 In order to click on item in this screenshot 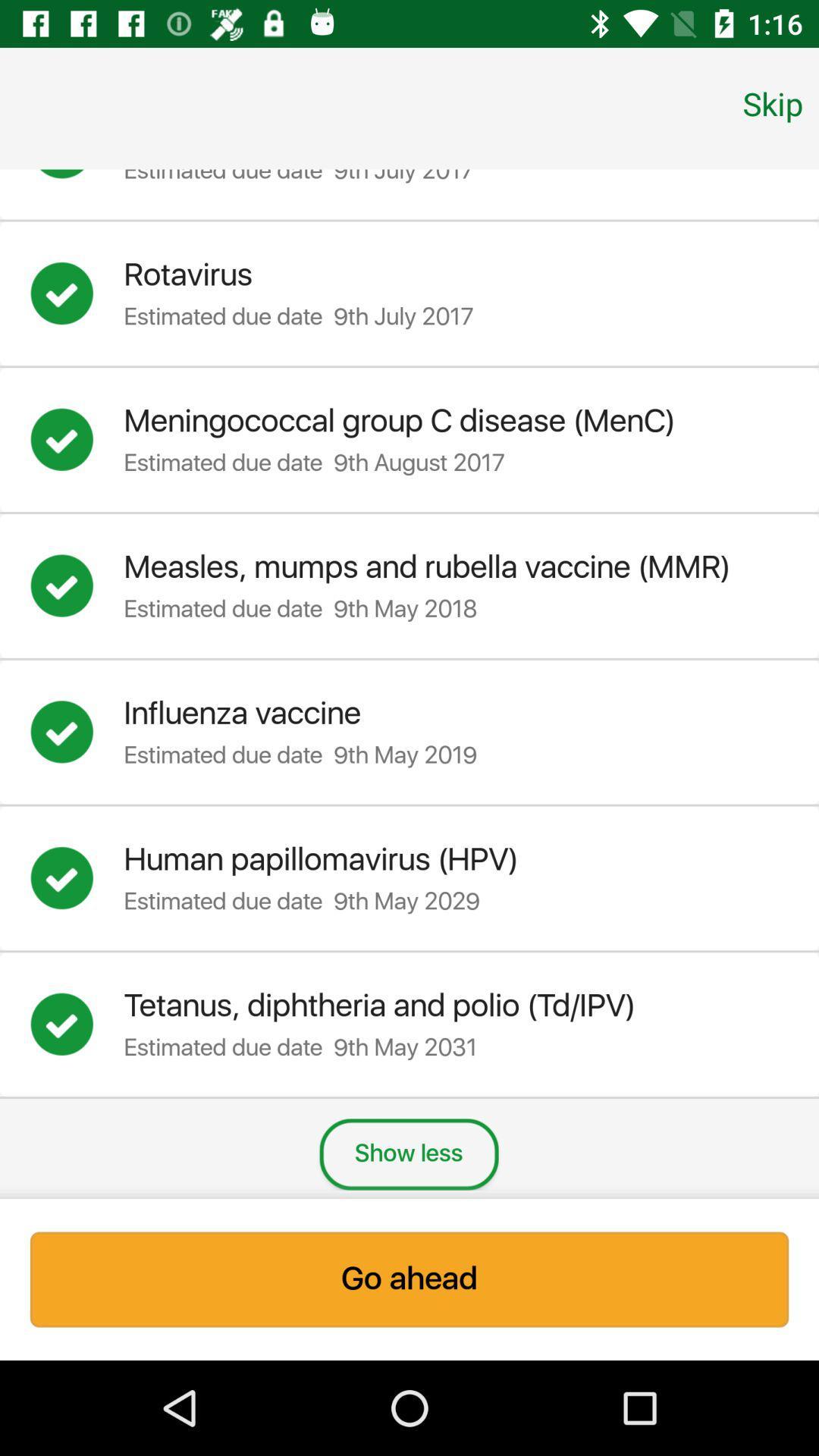, I will do `click(77, 179)`.